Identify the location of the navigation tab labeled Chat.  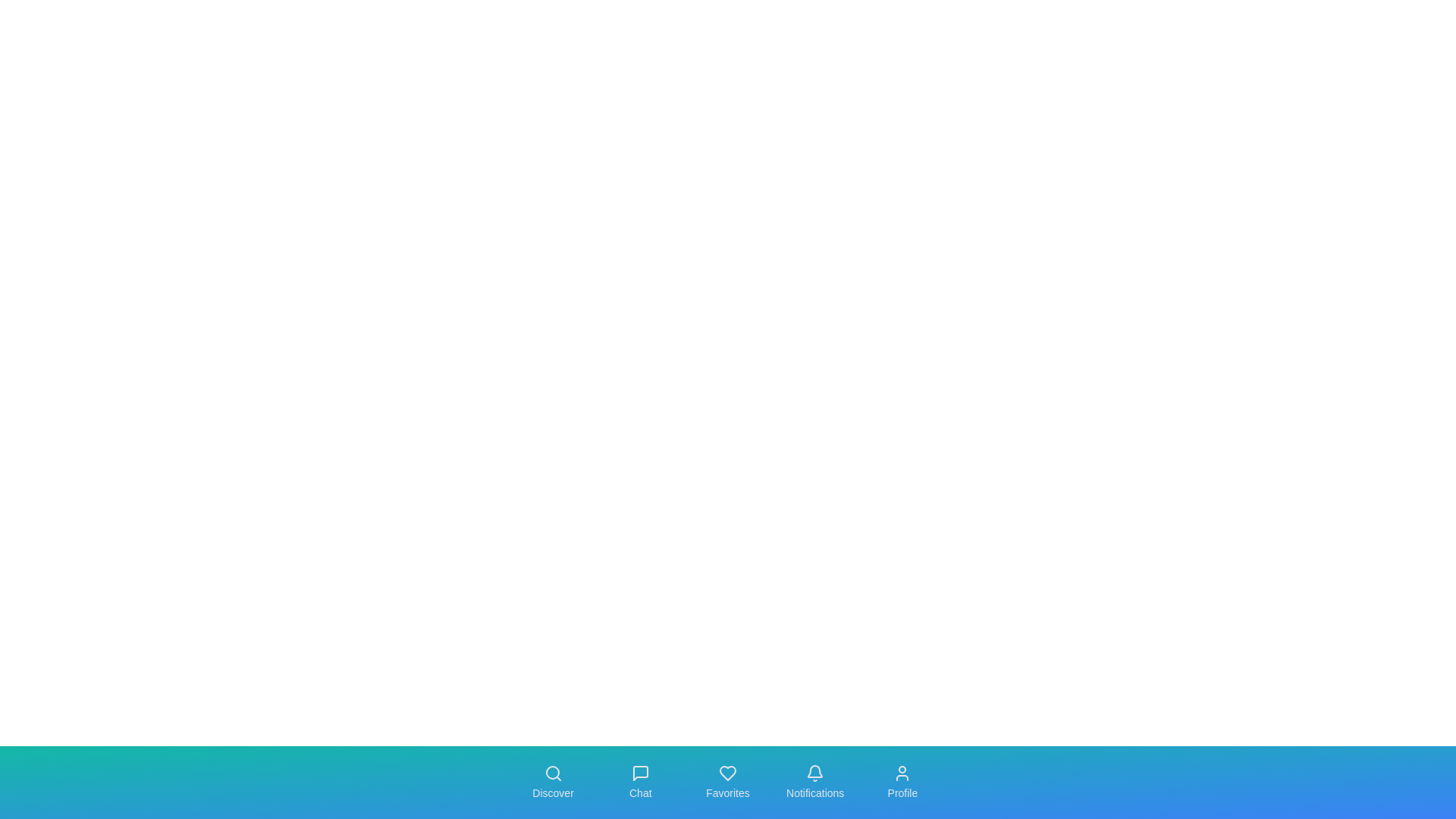
(640, 783).